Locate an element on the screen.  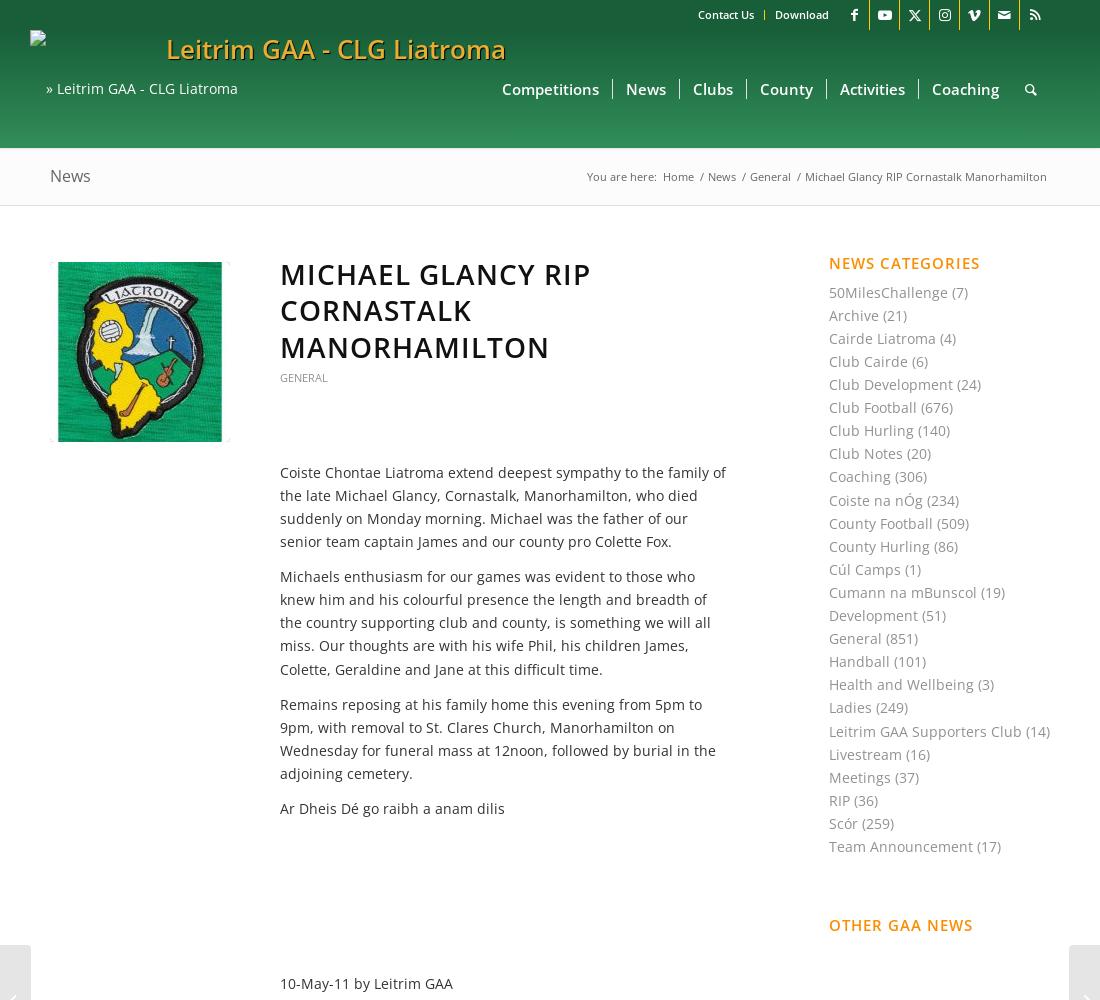
'(36)' is located at coordinates (863, 799).